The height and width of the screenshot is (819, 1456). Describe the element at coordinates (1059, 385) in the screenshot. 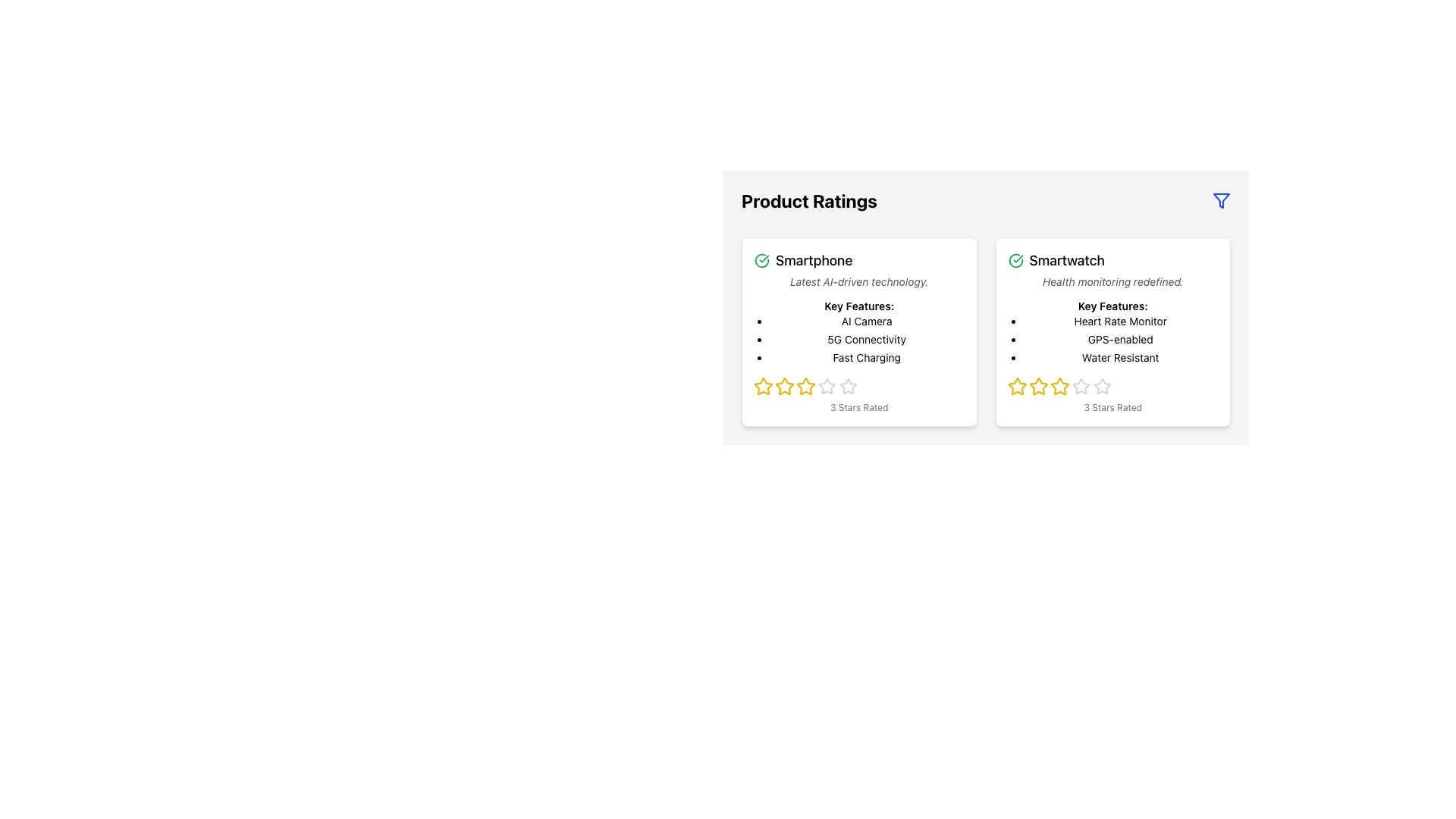

I see `the fourth star icon in the rating system to rate the item as 4 stars` at that location.